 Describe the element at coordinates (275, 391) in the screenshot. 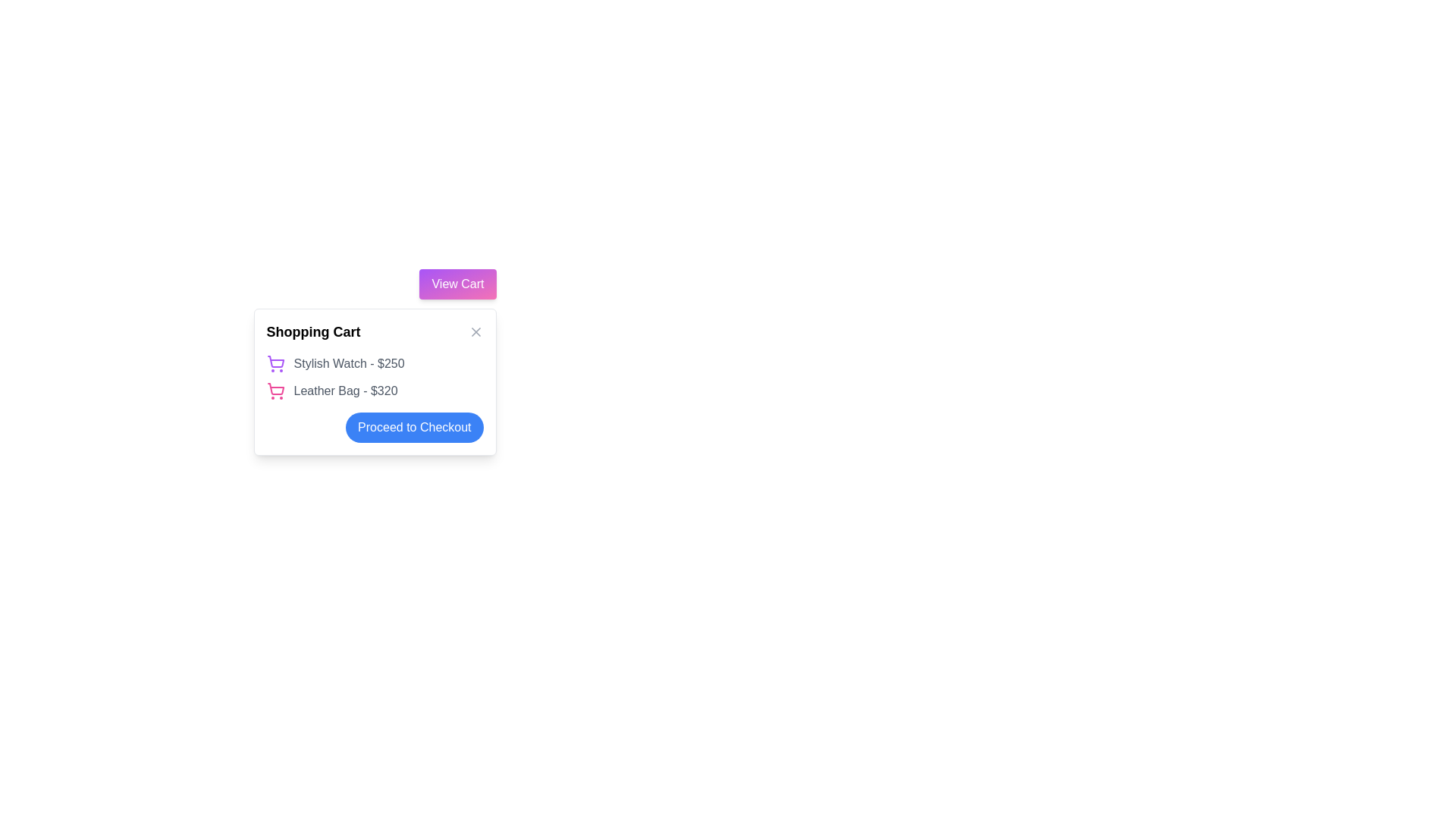

I see `the pink shopping cart icon located to the left of the text 'Leather Bag - $320' in the shopping cart UI` at that location.